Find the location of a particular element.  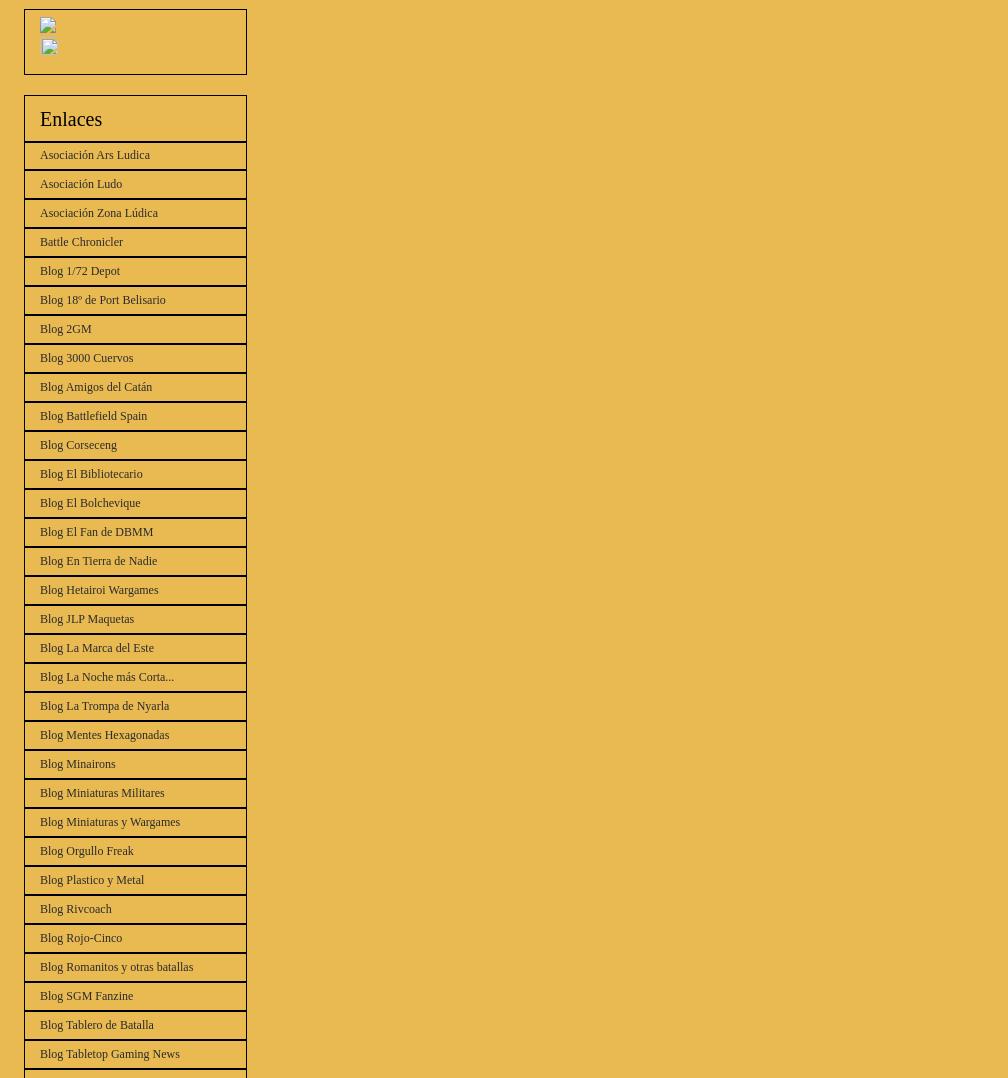

'Asociación Ludo' is located at coordinates (81, 183).